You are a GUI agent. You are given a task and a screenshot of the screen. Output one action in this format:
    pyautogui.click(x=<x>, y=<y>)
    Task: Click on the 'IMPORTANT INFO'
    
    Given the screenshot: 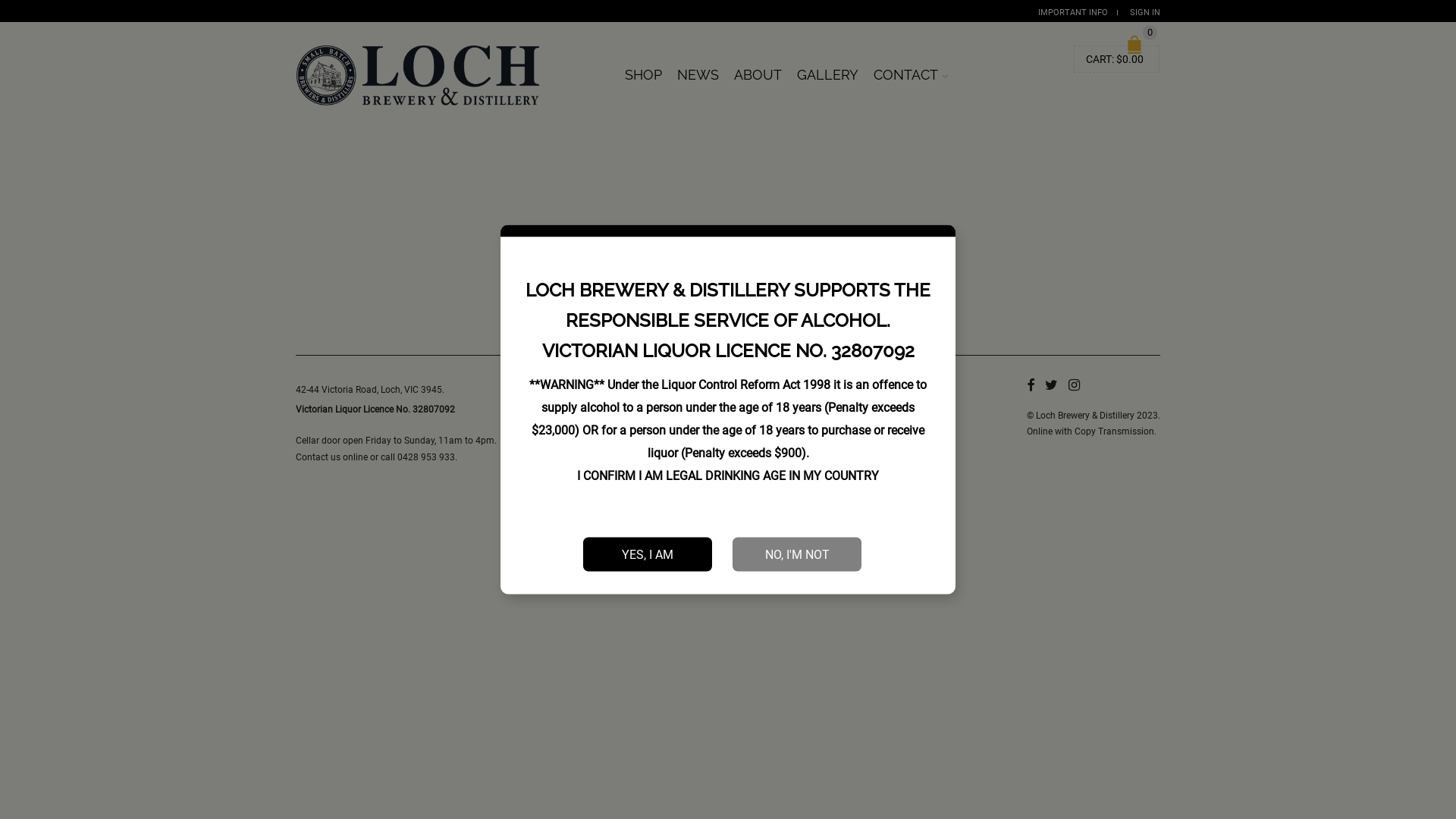 What is the action you would take?
    pyautogui.click(x=1037, y=12)
    